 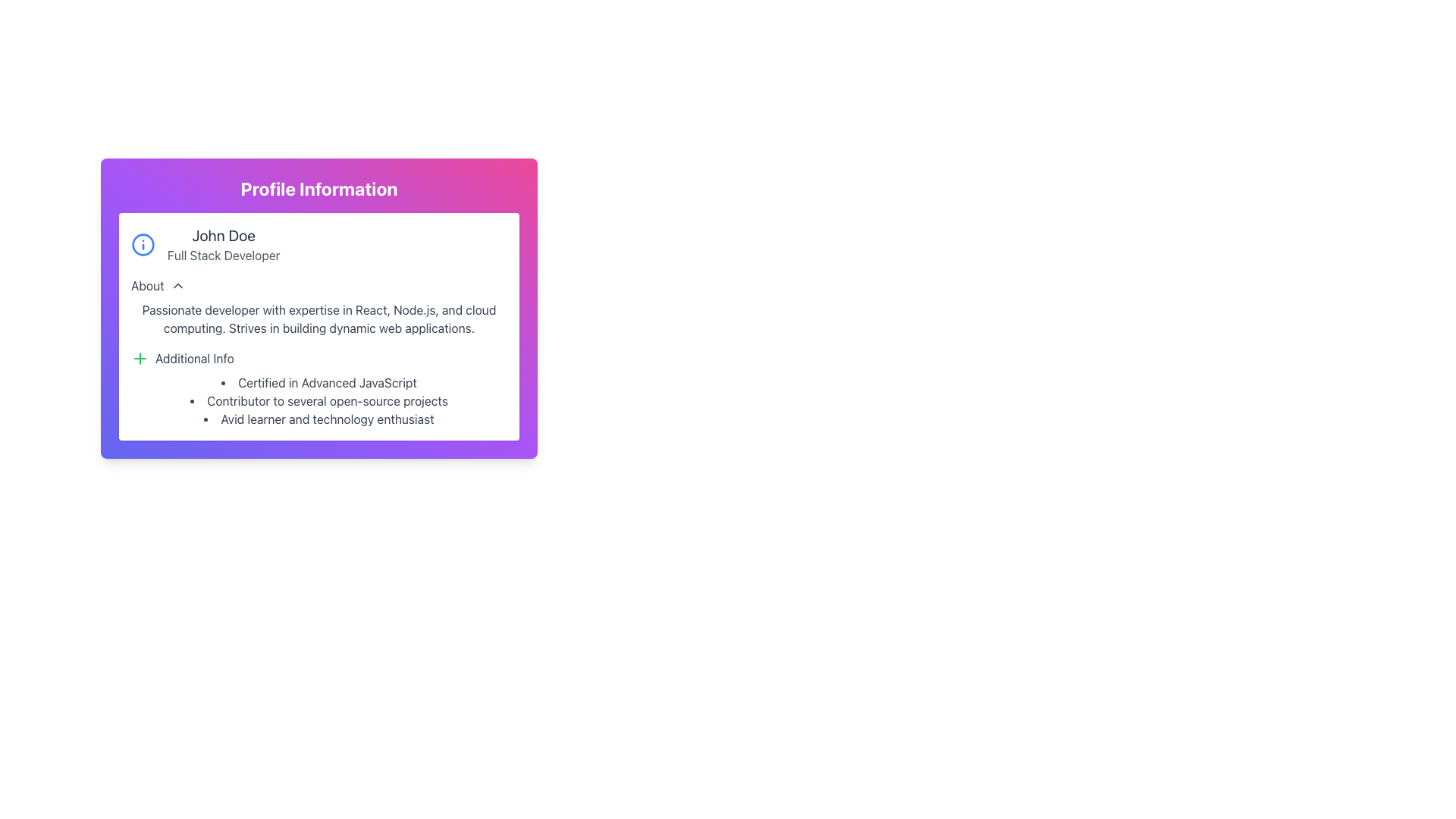 What do you see at coordinates (318, 307) in the screenshot?
I see `the Text block that provides a brief overview or personal summary of the developer, located below the 'John Doe Full Stack Developer' section and above the 'Additional Info' section` at bounding box center [318, 307].